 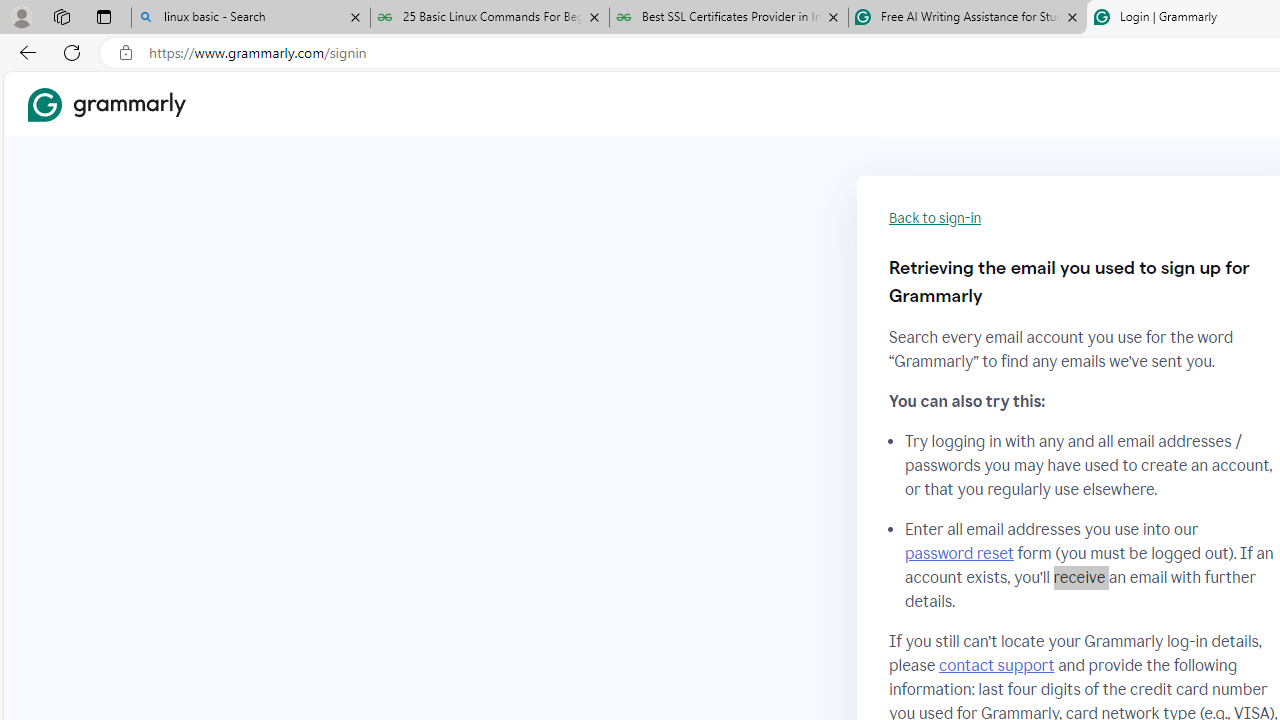 I want to click on 'contact support', so click(x=997, y=665).